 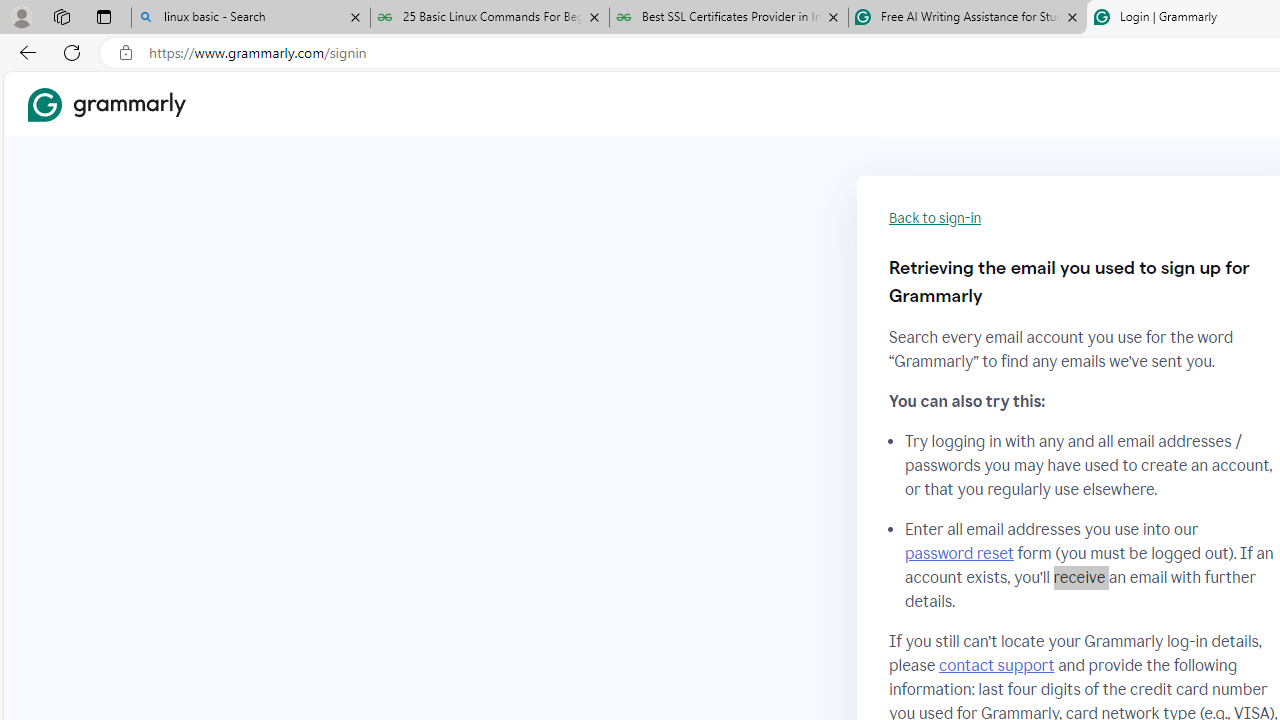 I want to click on 'contact support', so click(x=997, y=665).